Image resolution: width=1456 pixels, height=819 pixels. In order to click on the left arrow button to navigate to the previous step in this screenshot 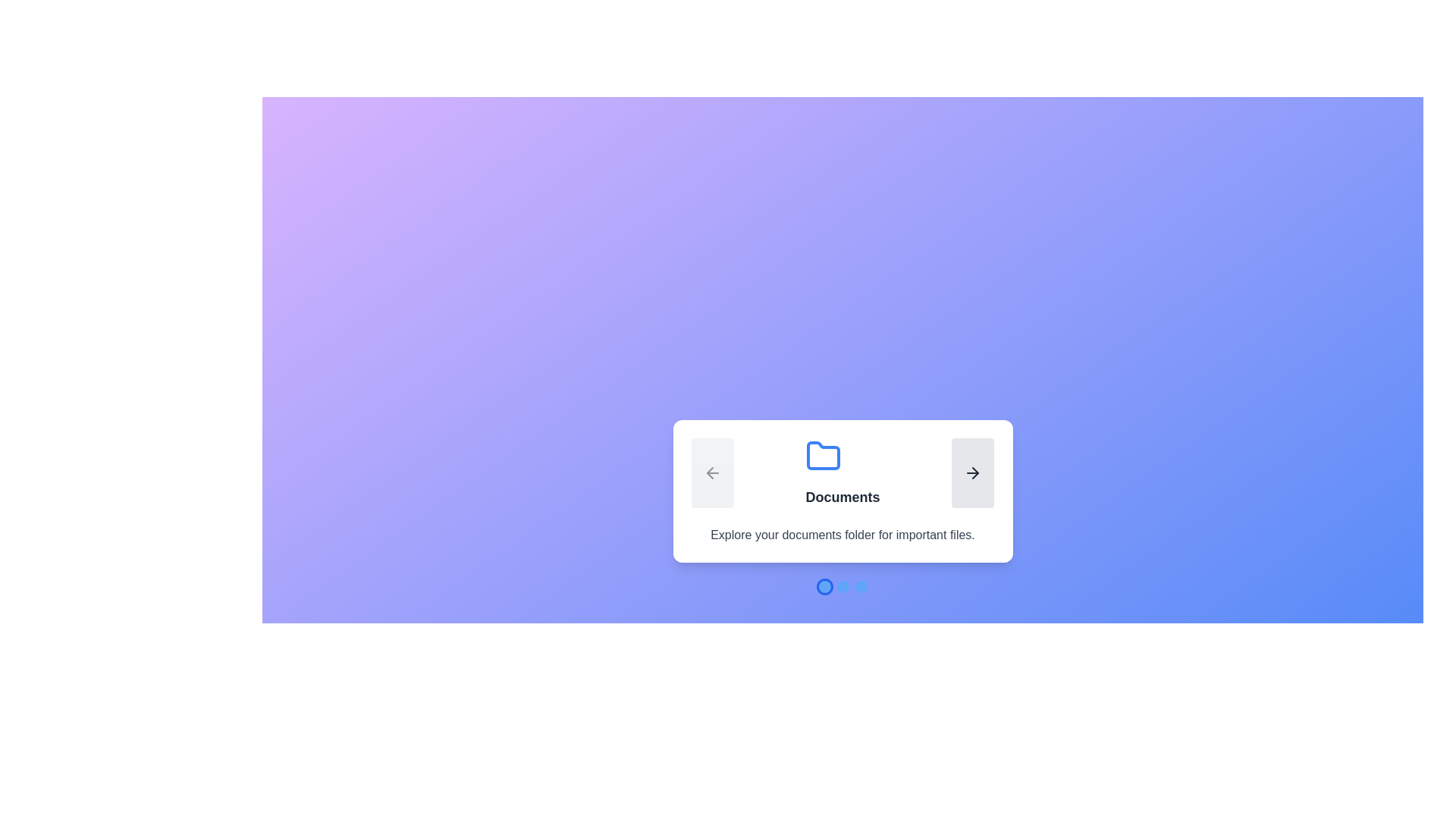, I will do `click(711, 472)`.